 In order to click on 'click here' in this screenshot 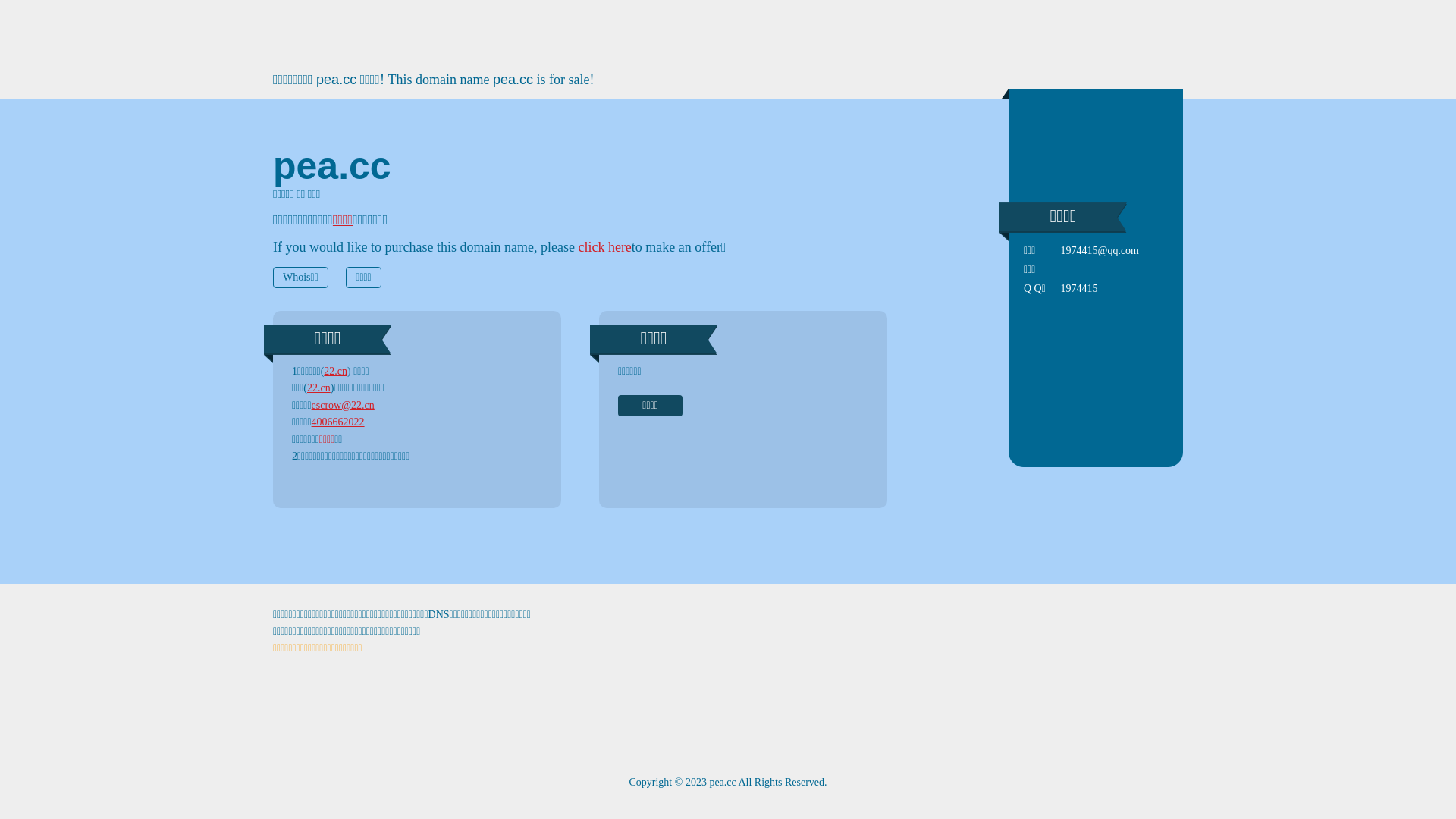, I will do `click(603, 246)`.